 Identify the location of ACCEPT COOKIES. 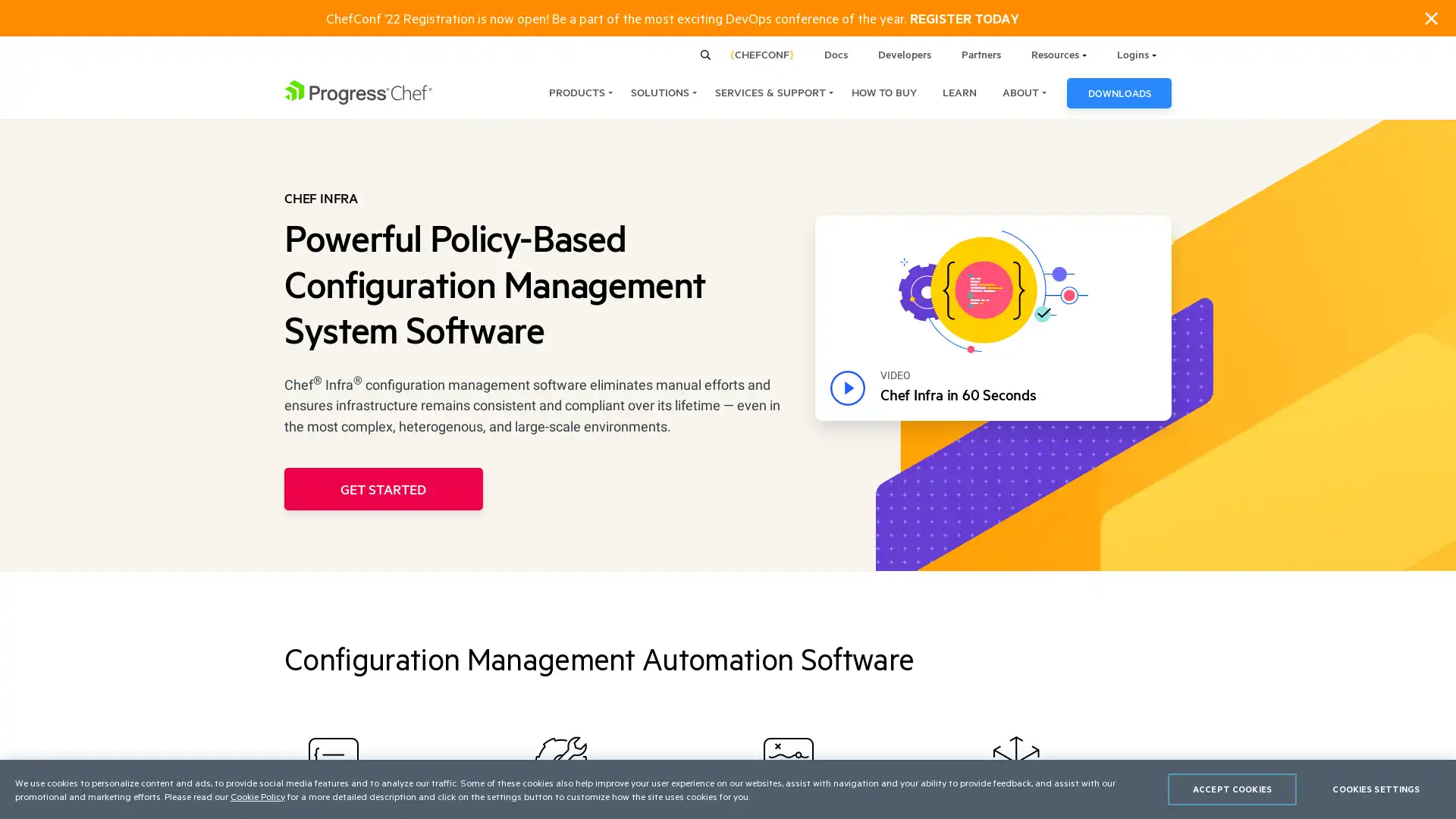
(1232, 789).